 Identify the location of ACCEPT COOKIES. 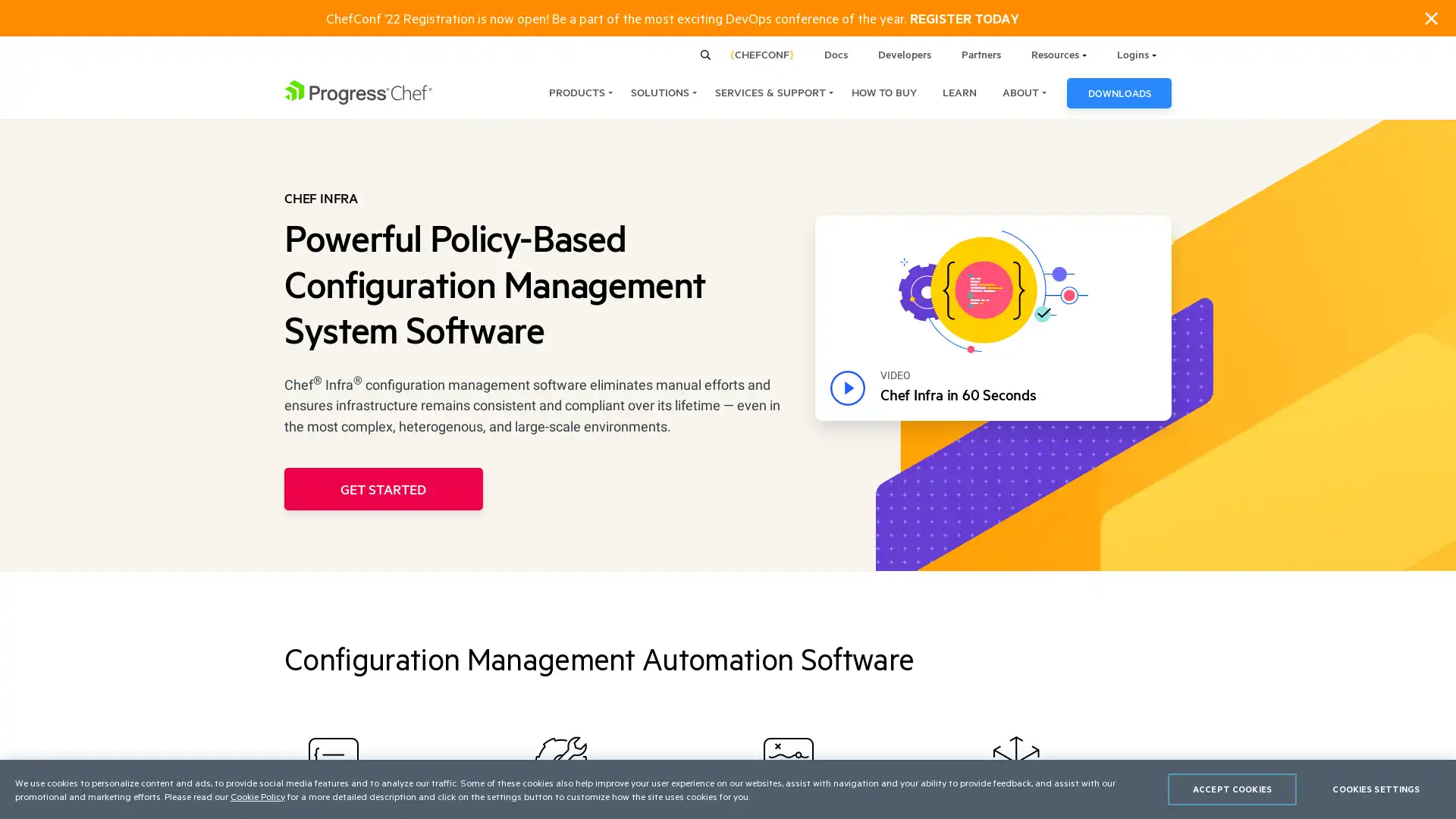
(1232, 789).